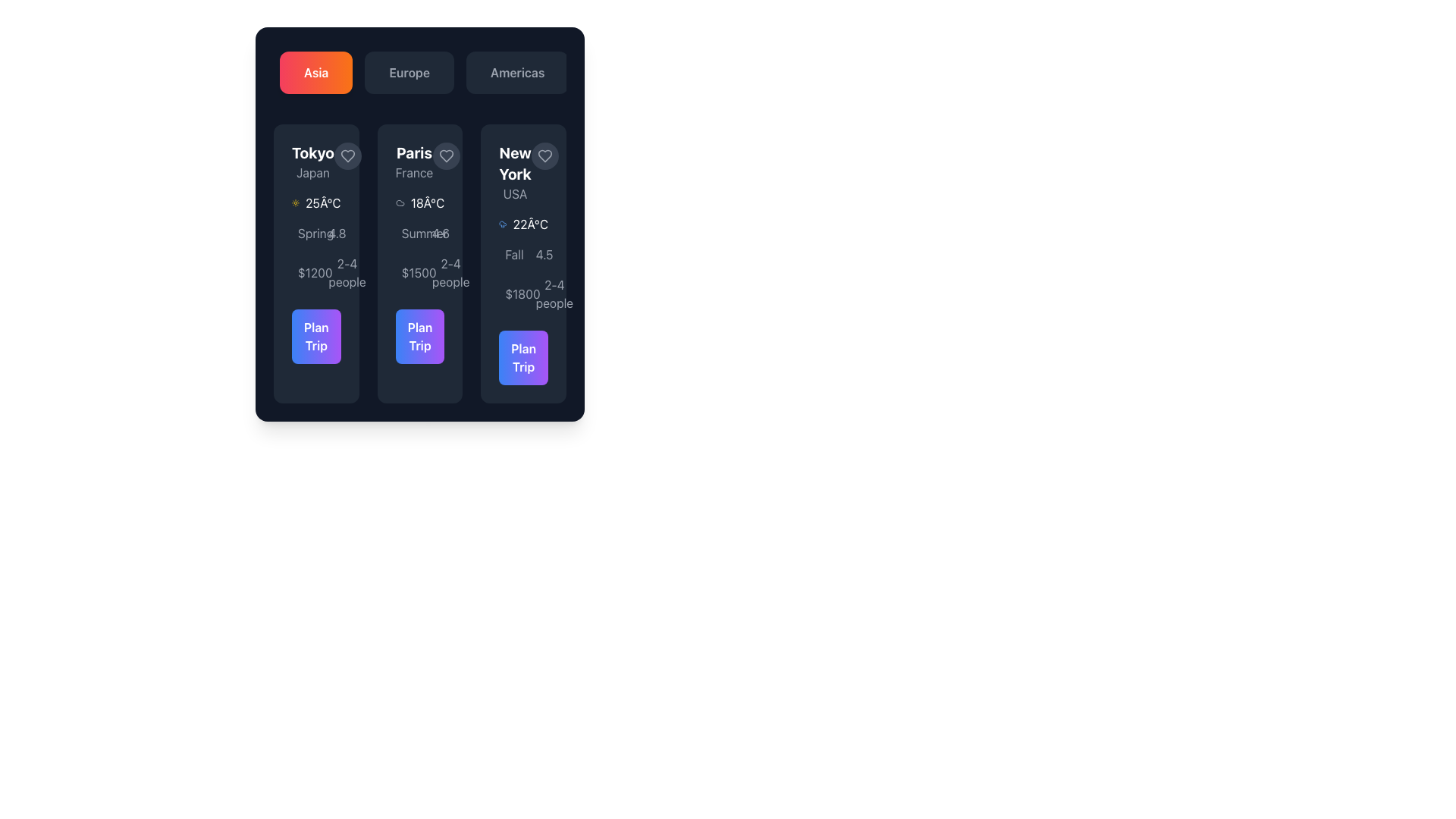 This screenshot has height=819, width=1456. What do you see at coordinates (301, 234) in the screenshot?
I see `the text label indicating the travel season, which is located in the first column of a grid, directly to the right of a seasonal weather icon and above the rating information` at bounding box center [301, 234].